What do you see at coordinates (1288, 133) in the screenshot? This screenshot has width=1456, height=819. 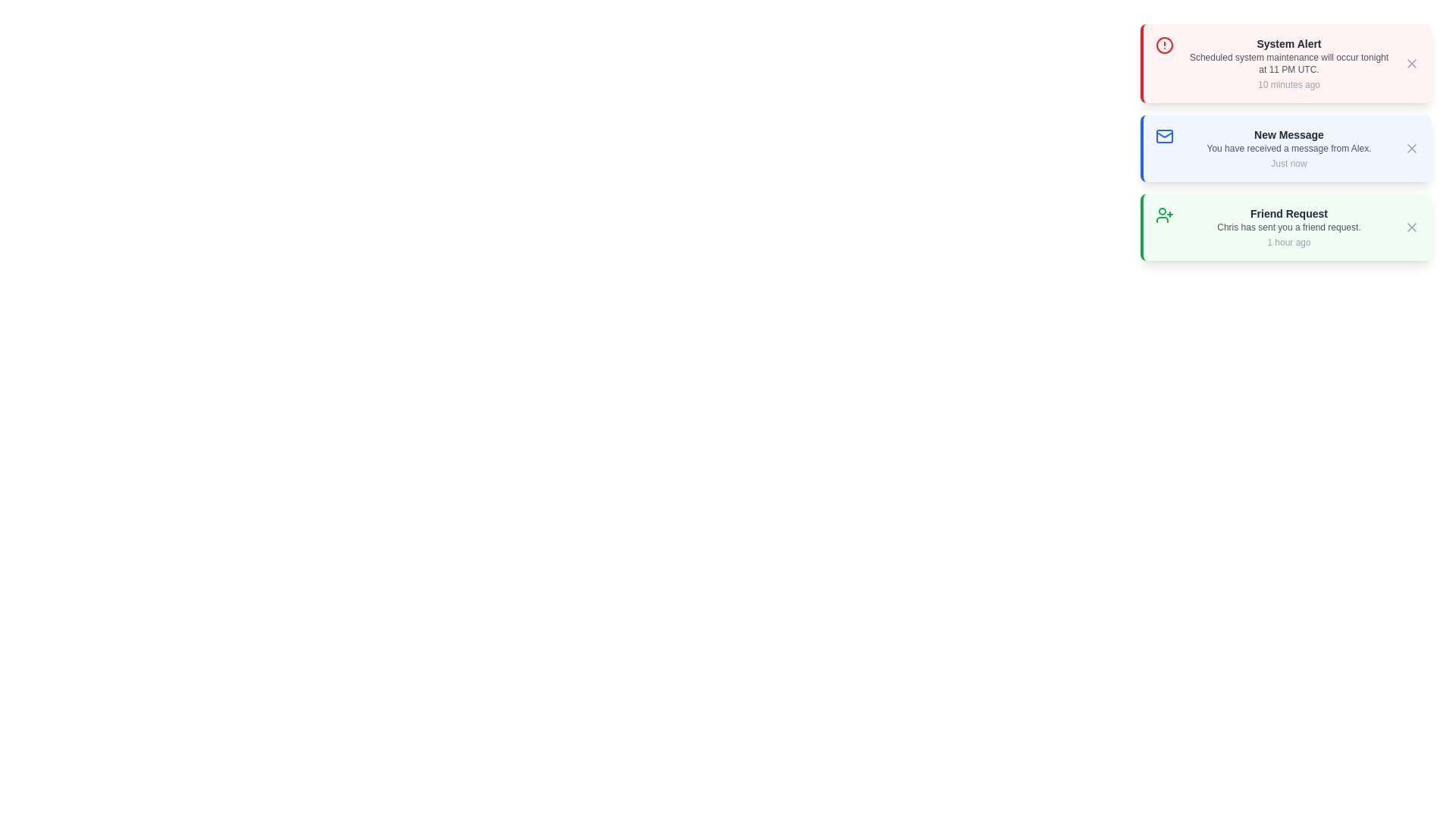 I see `the bold, dark gray text label reading 'New Message' at the top of the notification card` at bounding box center [1288, 133].